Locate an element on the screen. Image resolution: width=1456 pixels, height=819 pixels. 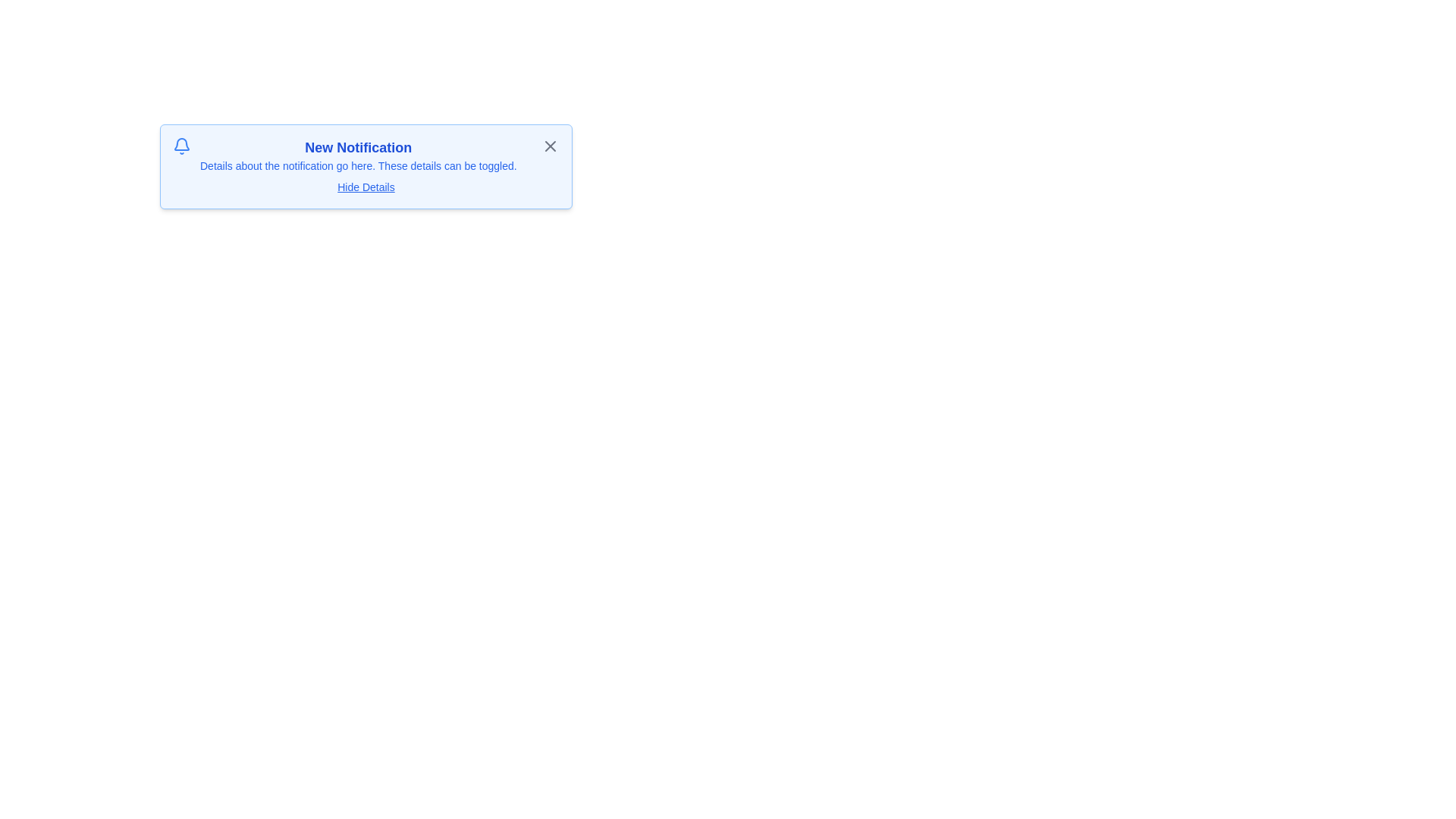
the background area outside the notification panel to change focus or deselect is located at coordinates (75, 76).